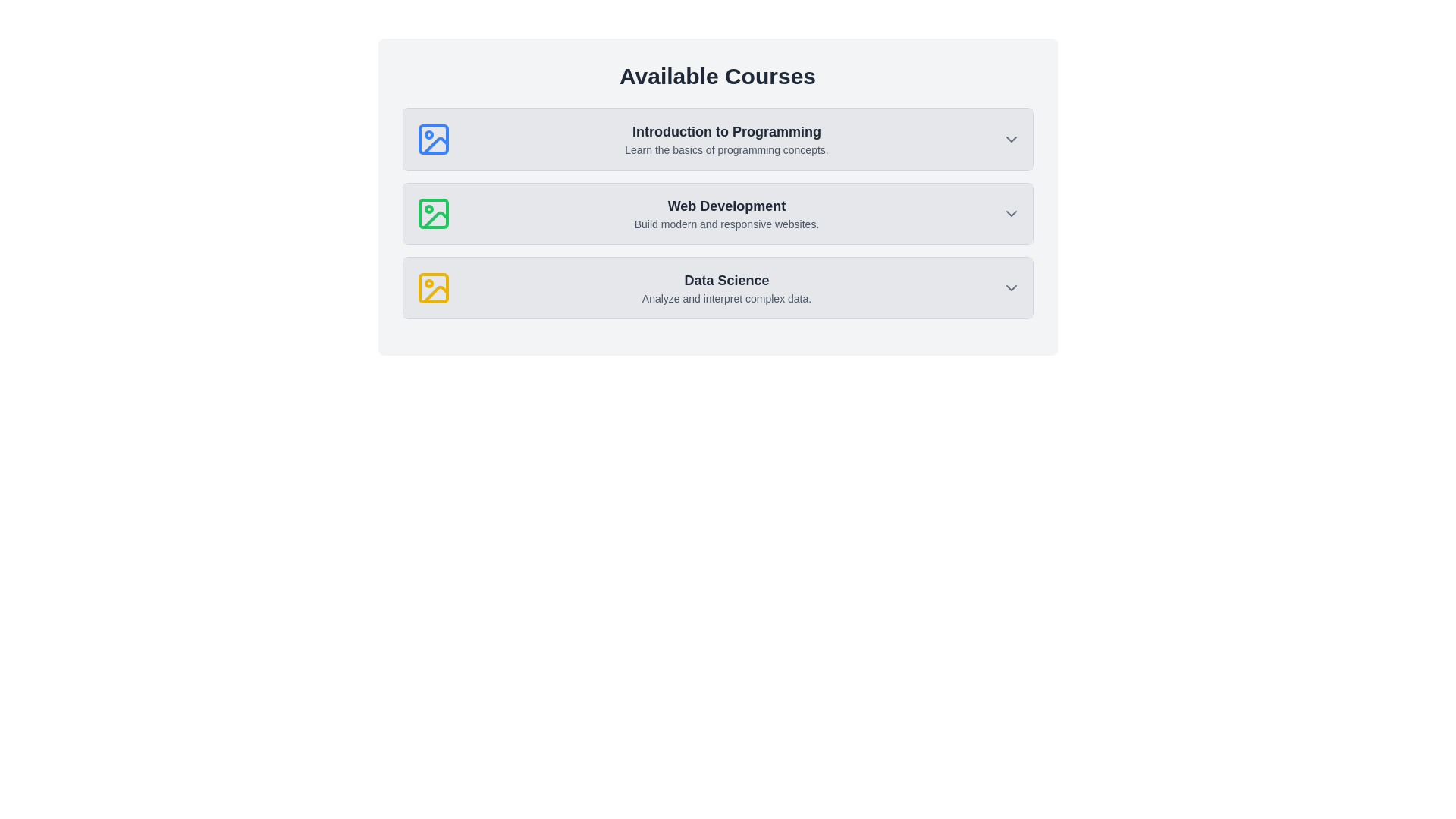 This screenshot has width=1456, height=819. Describe the element at coordinates (726, 288) in the screenshot. I see `the 'Data Science' course selection list item` at that location.